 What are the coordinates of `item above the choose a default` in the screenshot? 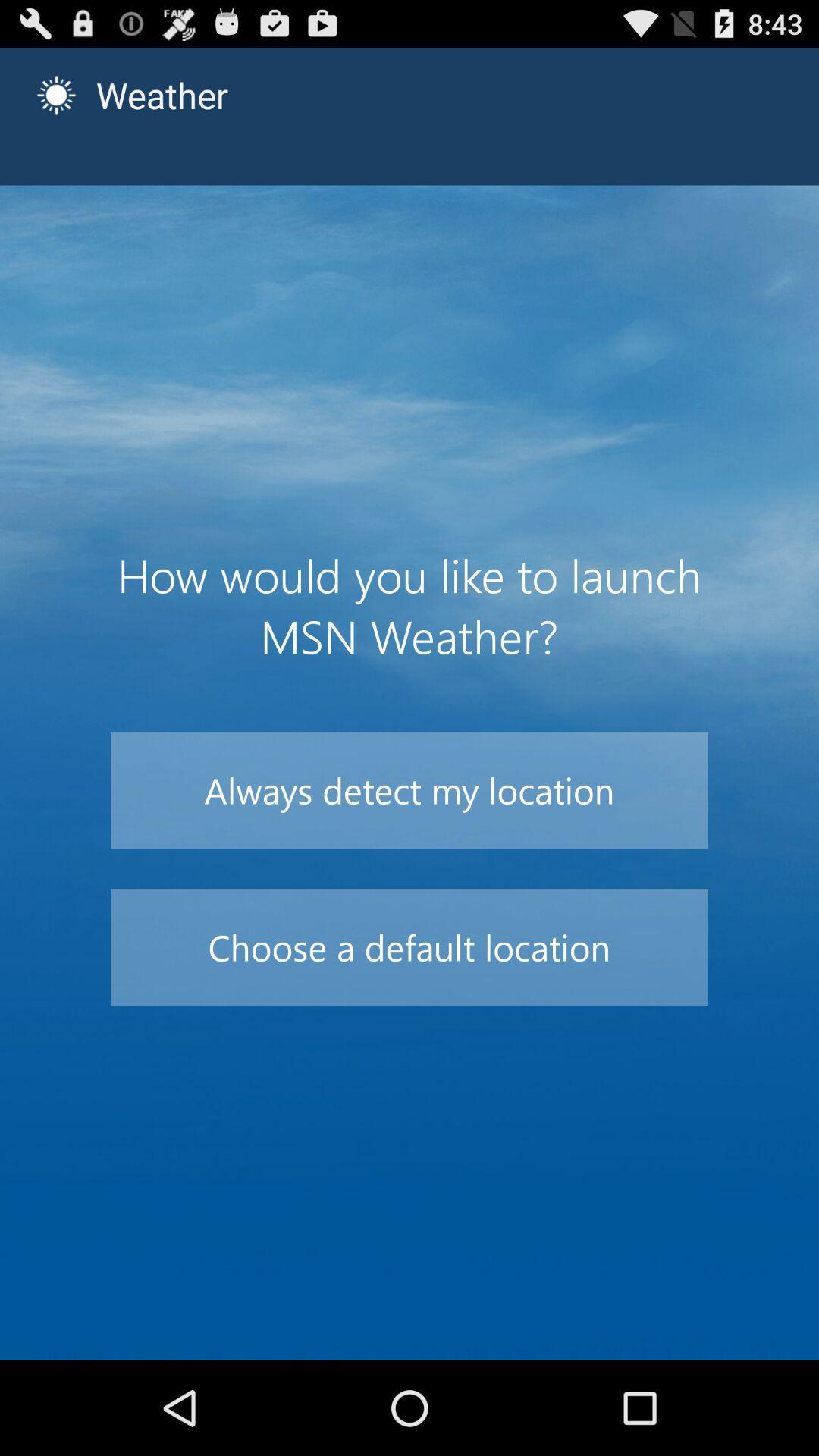 It's located at (409, 789).